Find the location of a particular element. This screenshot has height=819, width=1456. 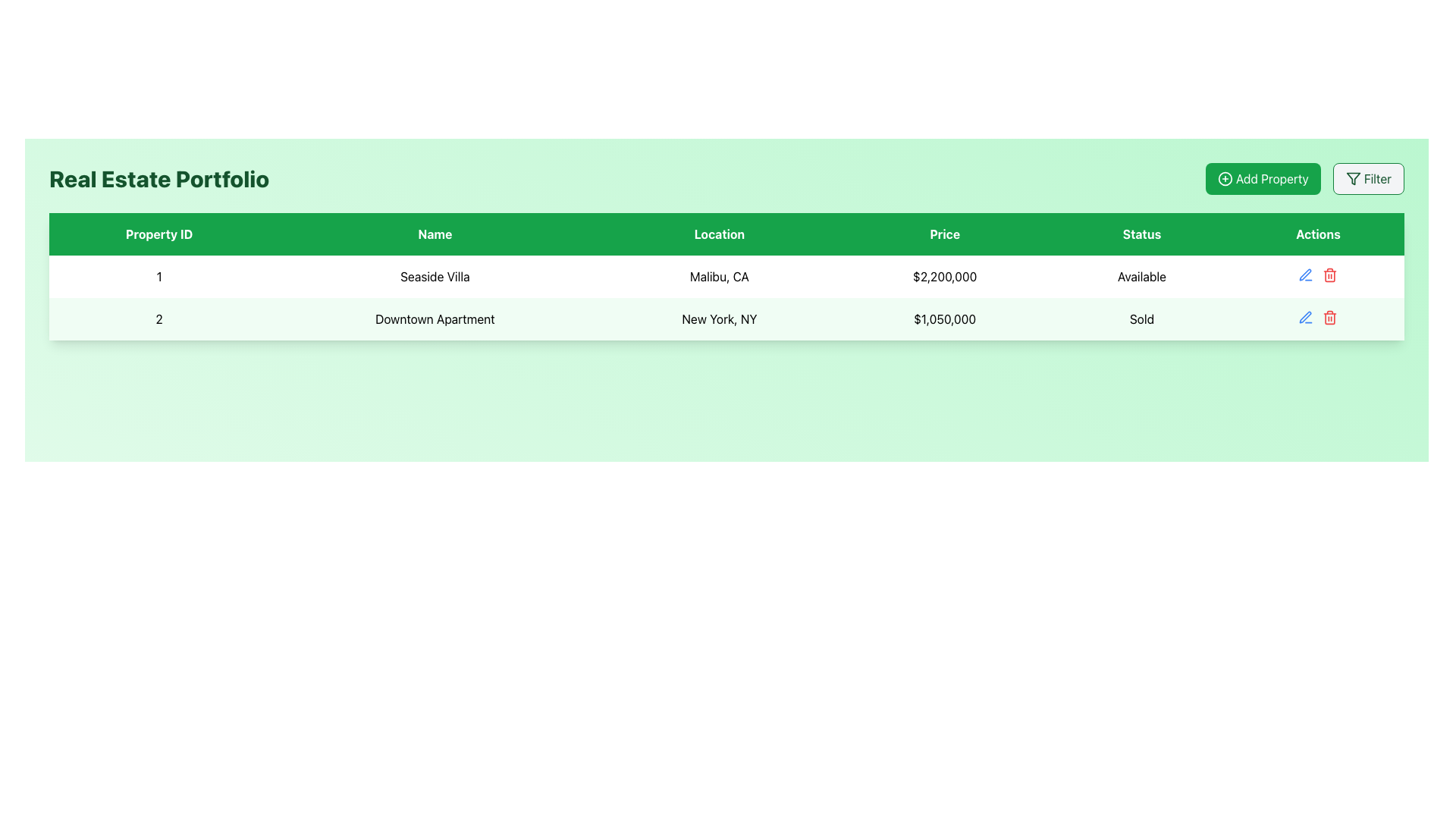

the 'Status' header label in the table, which is located in the fifth position of the header row, providing context for the data below it is located at coordinates (1141, 234).